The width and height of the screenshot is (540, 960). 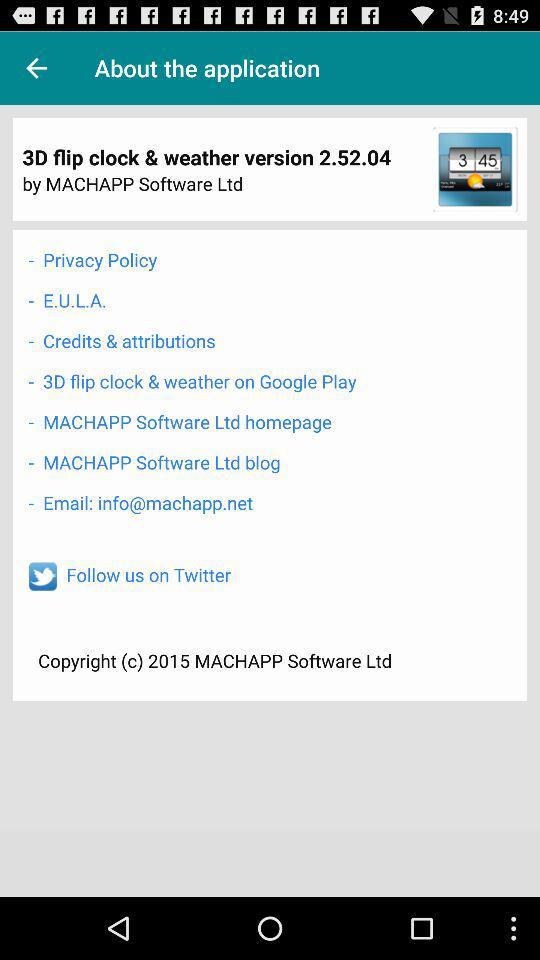 I want to click on the icon above copyright c 2015 item, so click(x=147, y=574).